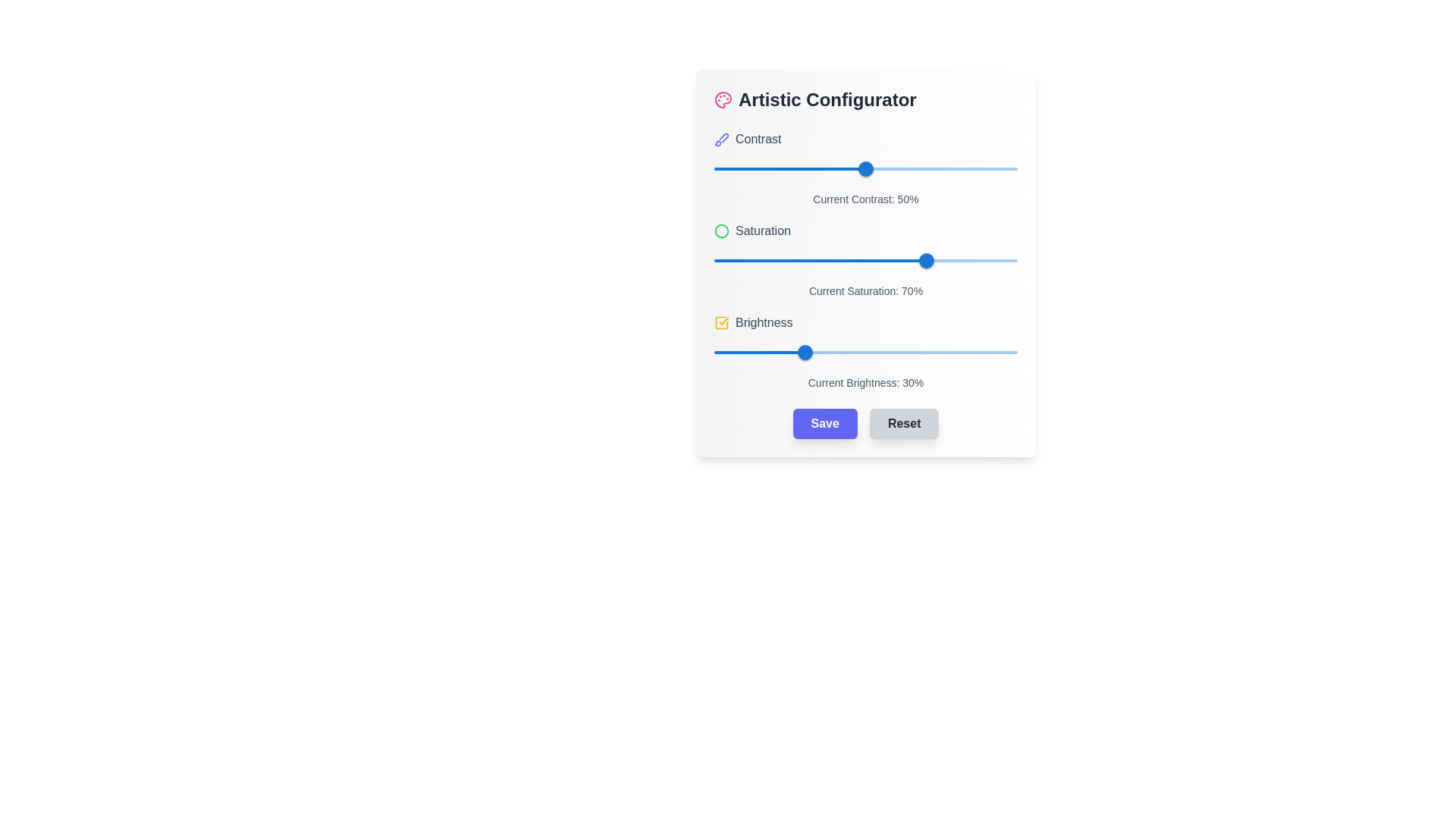 This screenshot has height=819, width=1456. I want to click on the small graphical paintbrush icon located to the top-left side of the 'Artistic Configurator' interface, preceding the 'Contrast' label, so click(723, 137).